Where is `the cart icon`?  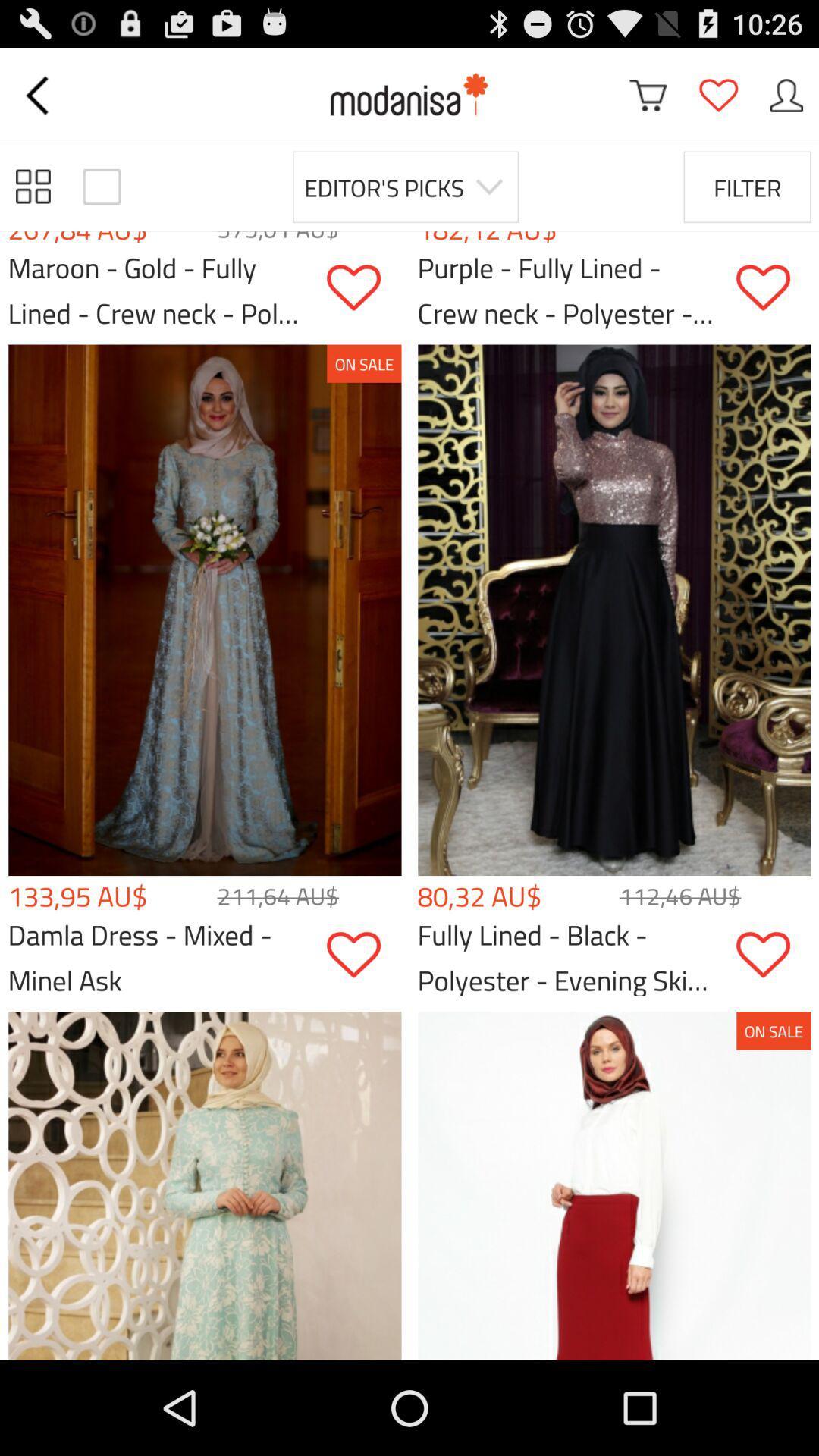 the cart icon is located at coordinates (648, 101).